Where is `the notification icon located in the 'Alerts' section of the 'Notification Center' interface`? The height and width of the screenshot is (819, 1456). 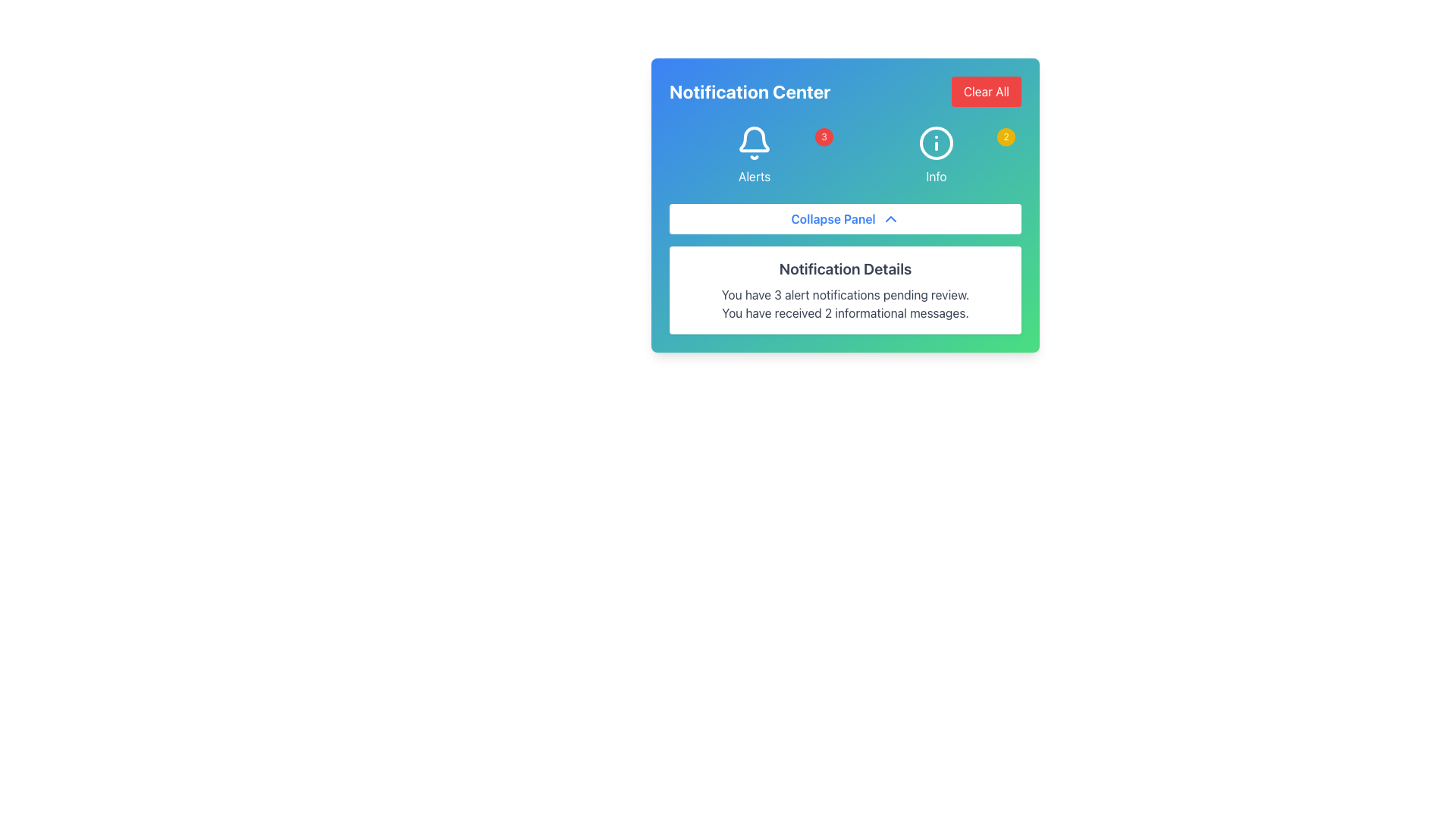 the notification icon located in the 'Alerts' section of the 'Notification Center' interface is located at coordinates (754, 143).